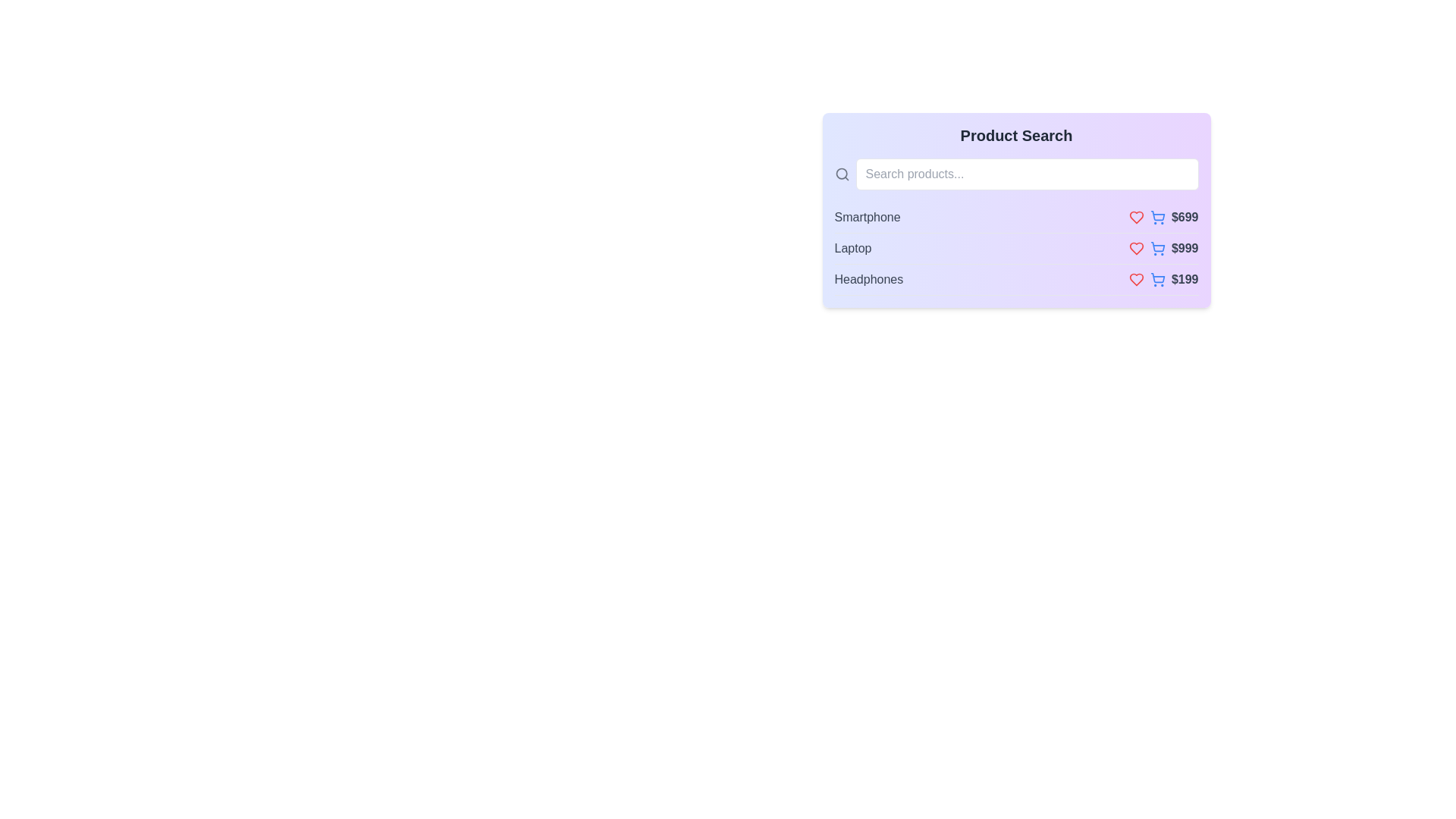 The height and width of the screenshot is (819, 1456). Describe the element at coordinates (1156, 215) in the screenshot. I see `the shopping cart icon located to the right of the product name and heart icon` at that location.